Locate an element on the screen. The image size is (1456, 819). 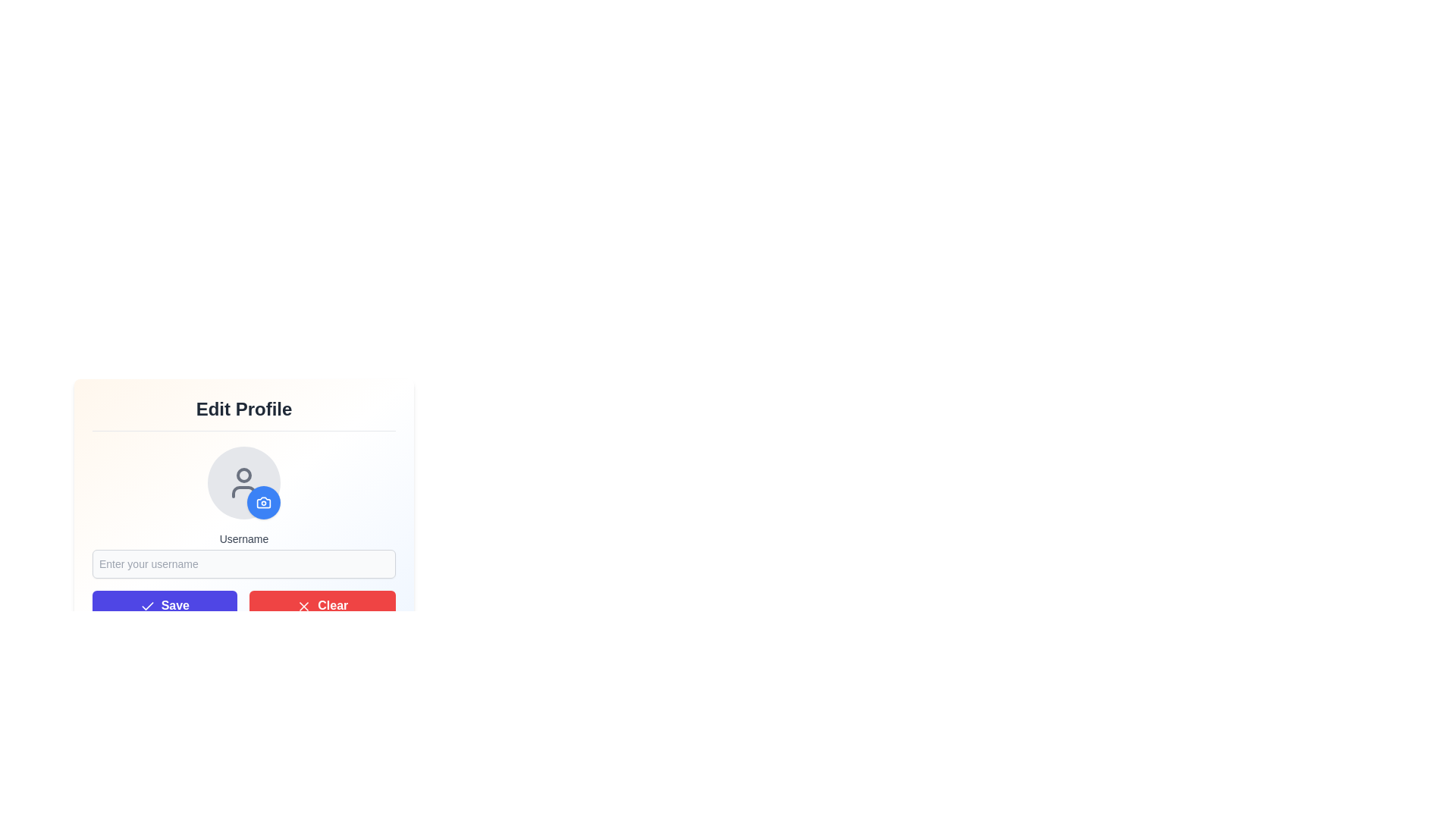
the circular user profile icon with a gray stroke and light gray background, located above the 'Username' text input field and below the 'Edit Profile' heading is located at coordinates (243, 482).